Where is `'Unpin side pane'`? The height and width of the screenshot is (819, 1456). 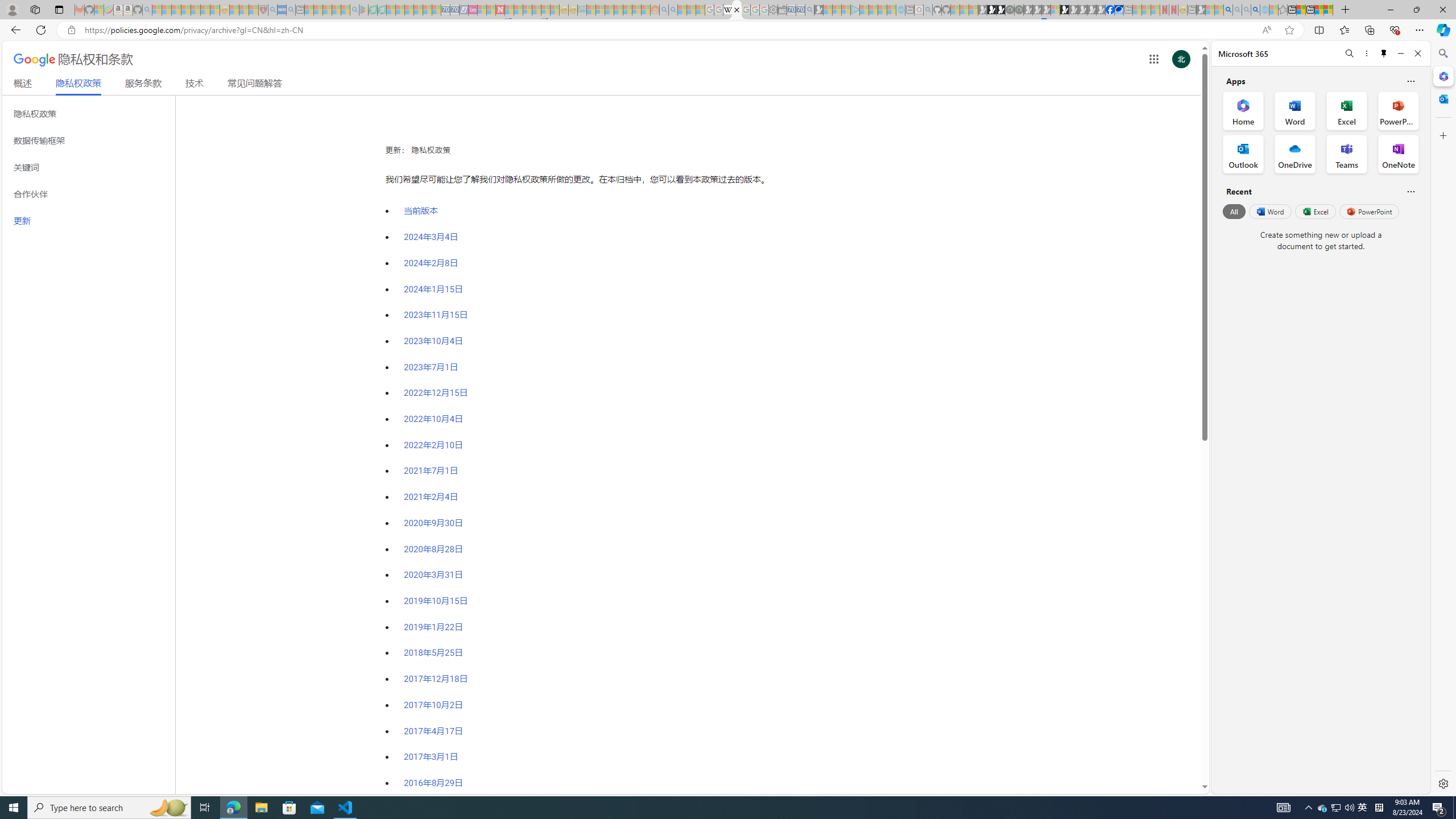
'Unpin side pane' is located at coordinates (1384, 53).